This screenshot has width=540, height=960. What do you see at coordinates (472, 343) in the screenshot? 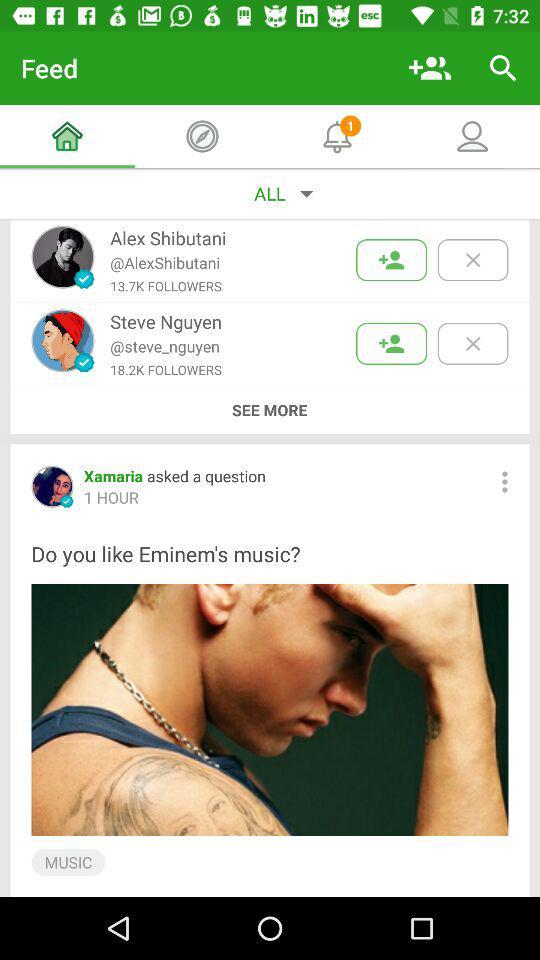
I see `deny friend request` at bounding box center [472, 343].